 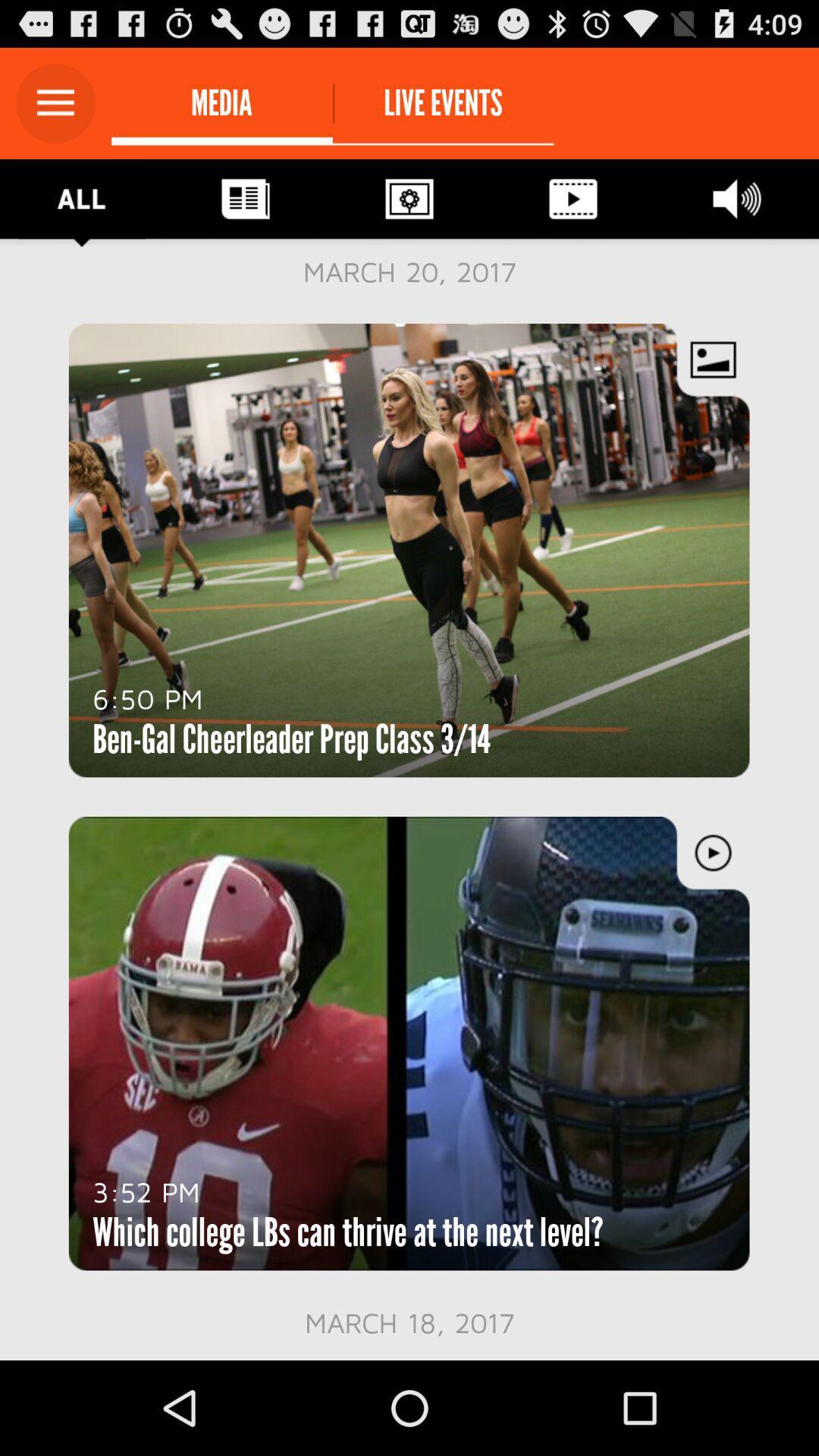 I want to click on item above the ben gal cheerleader icon, so click(x=148, y=698).